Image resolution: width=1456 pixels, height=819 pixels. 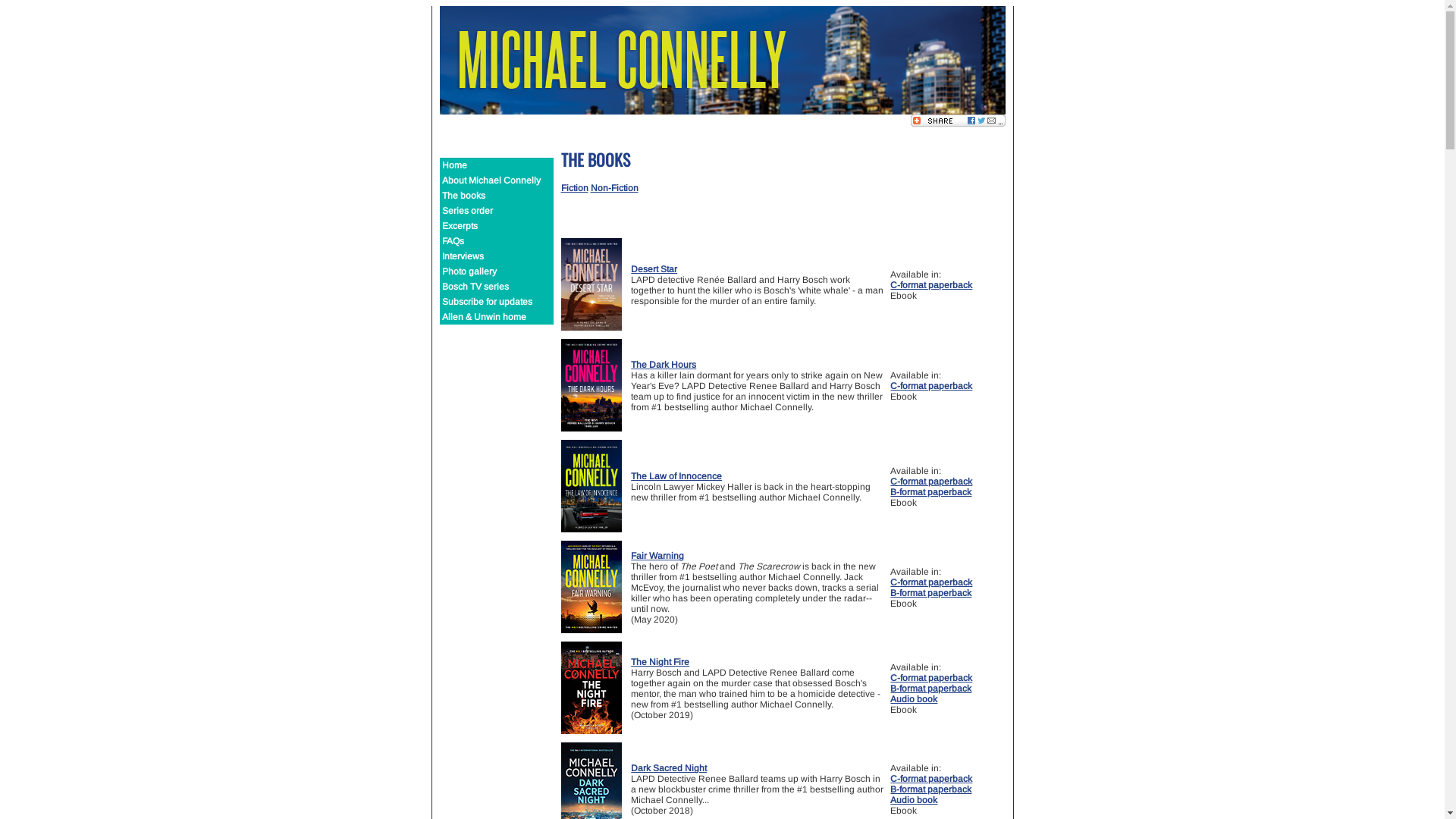 What do you see at coordinates (496, 165) in the screenshot?
I see `'Home'` at bounding box center [496, 165].